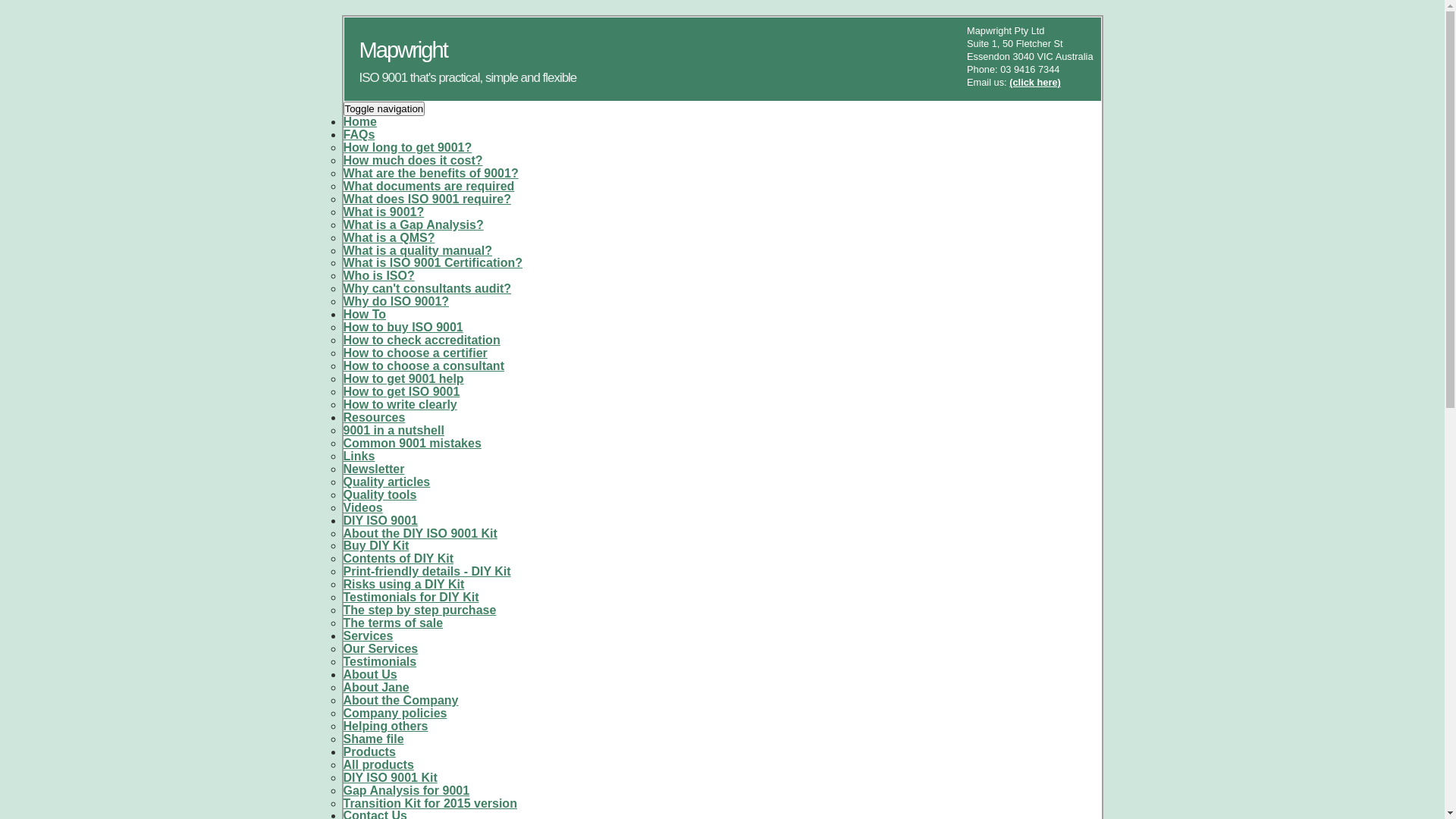 This screenshot has height=819, width=1456. Describe the element at coordinates (359, 121) in the screenshot. I see `'Home'` at that location.